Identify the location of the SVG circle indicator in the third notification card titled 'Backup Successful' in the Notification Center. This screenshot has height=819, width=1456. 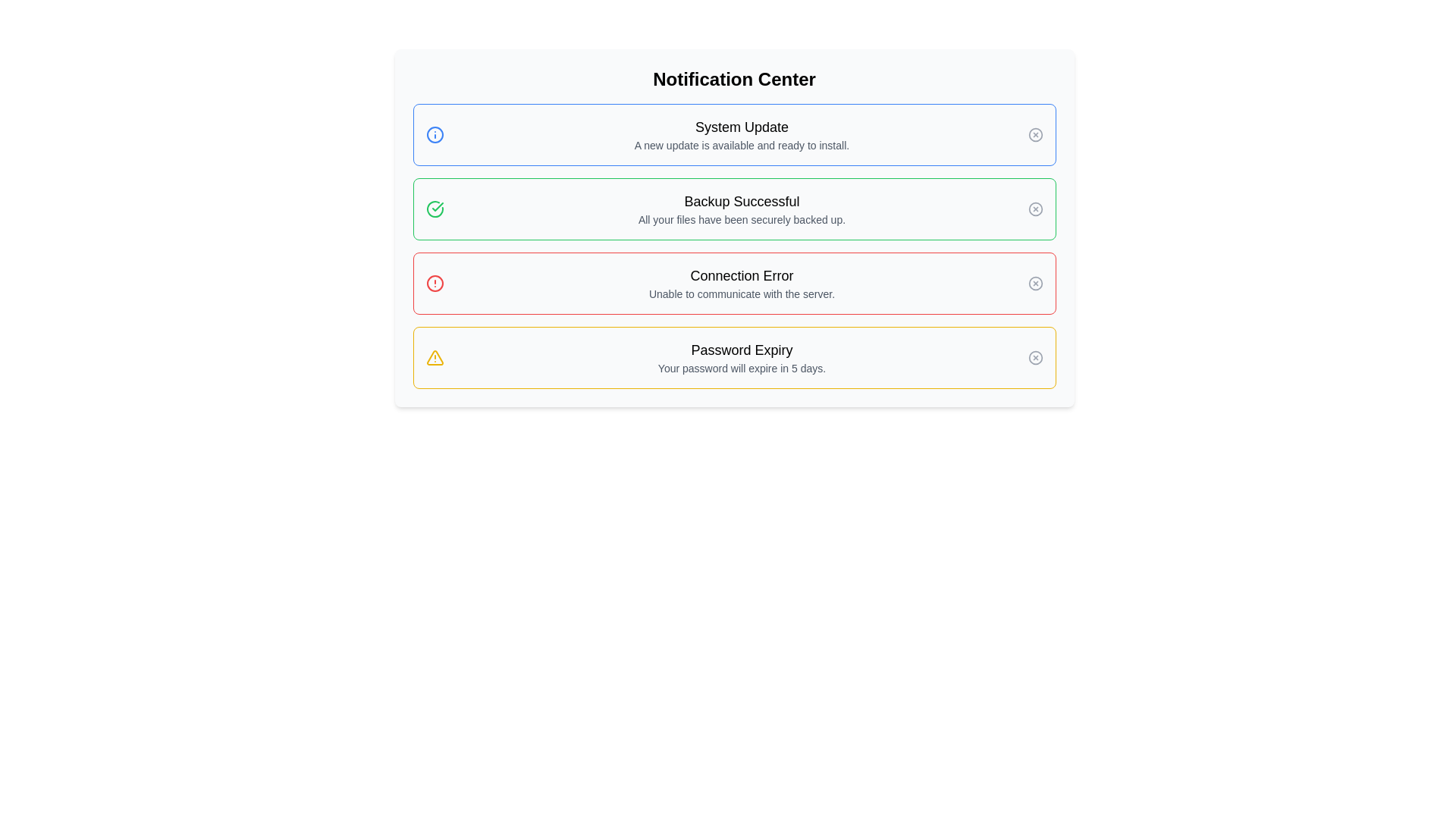
(1034, 209).